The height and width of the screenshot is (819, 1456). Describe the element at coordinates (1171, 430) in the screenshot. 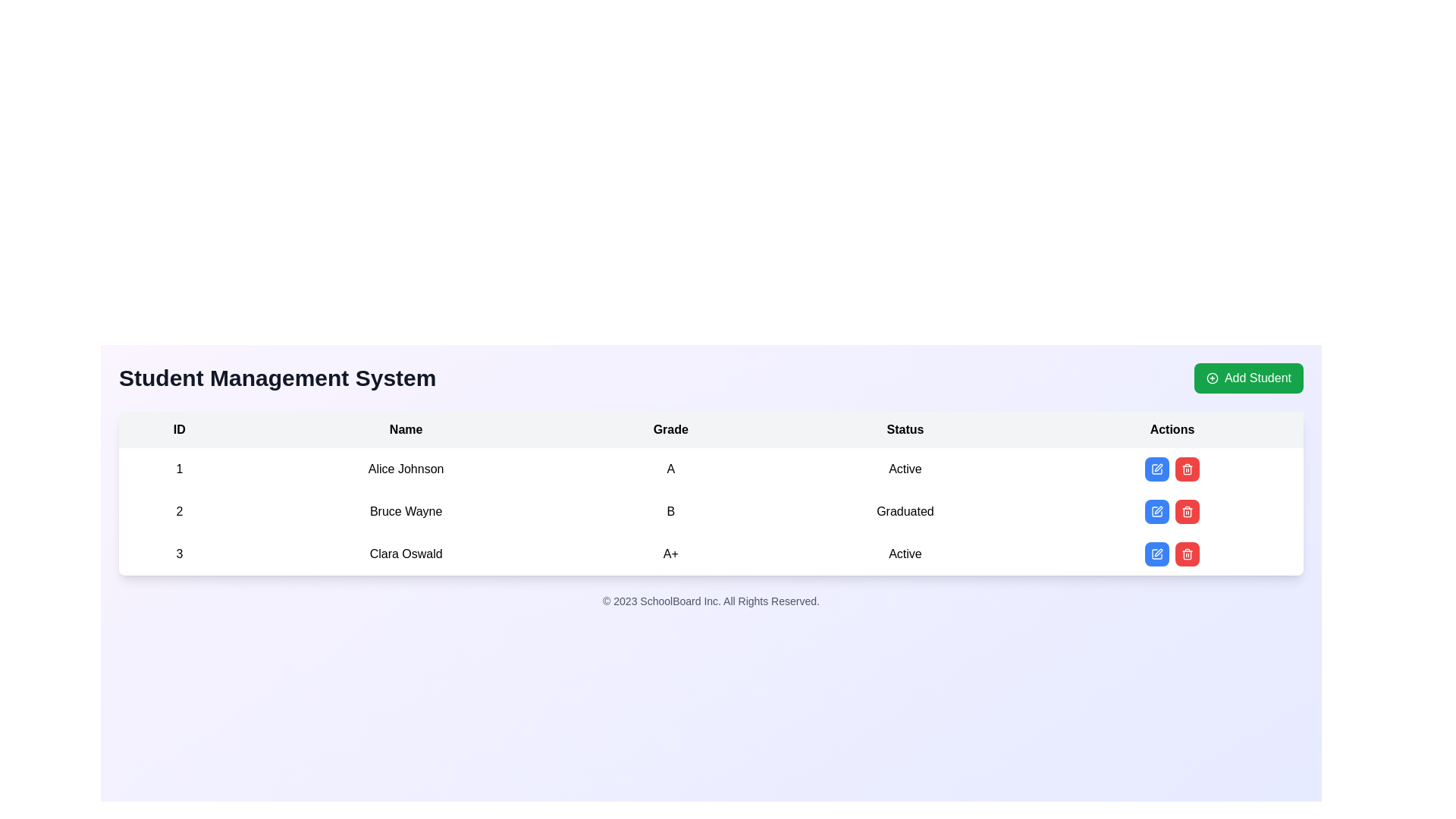

I see `the 'Actions' table header element, which is styled in bold and centered within its cell` at that location.